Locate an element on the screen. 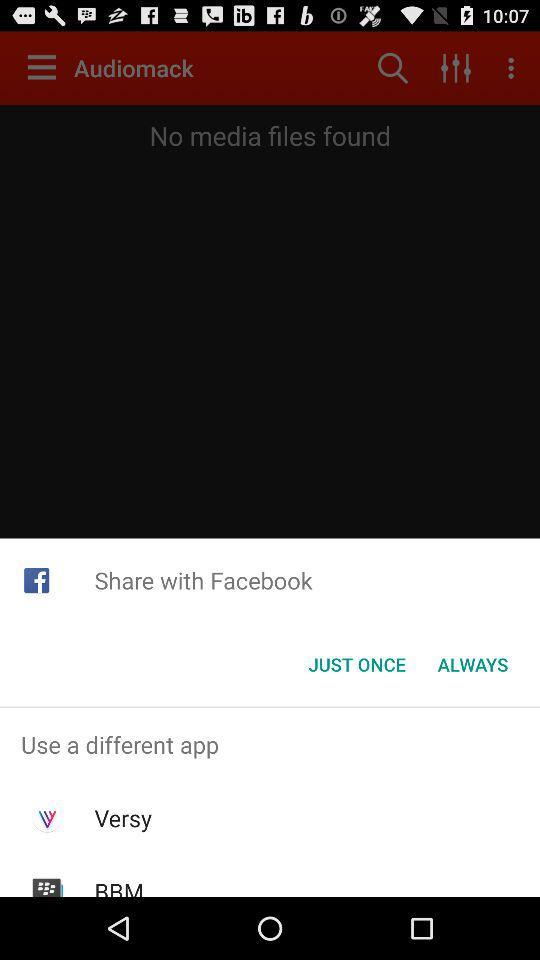 The image size is (540, 960). bbm item is located at coordinates (119, 885).